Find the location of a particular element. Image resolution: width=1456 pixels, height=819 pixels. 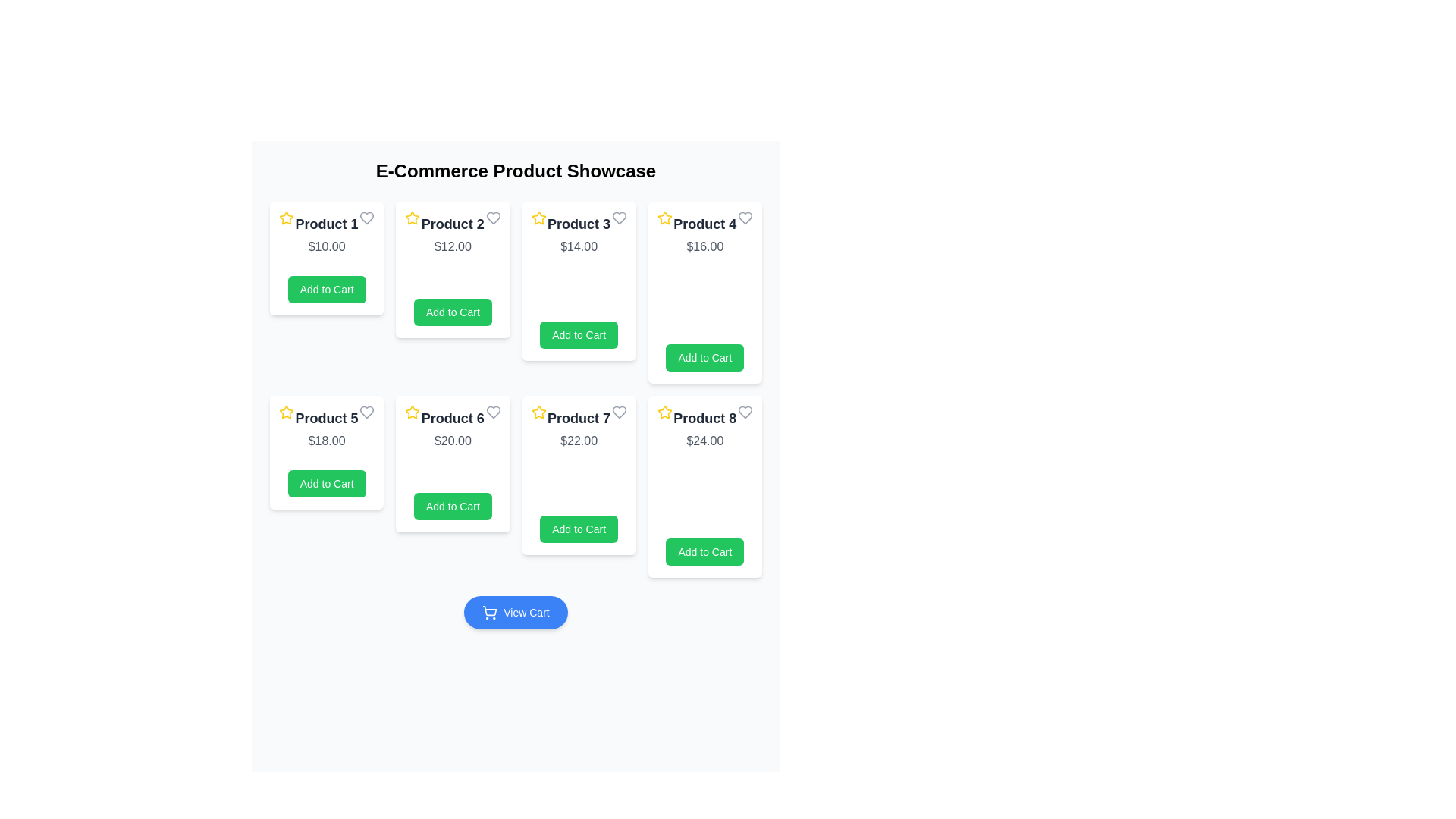

the price label displaying '$10.00' located in the 'Product 1' card, centered horizontally below the product name and above the 'Add to Cart' button is located at coordinates (326, 246).